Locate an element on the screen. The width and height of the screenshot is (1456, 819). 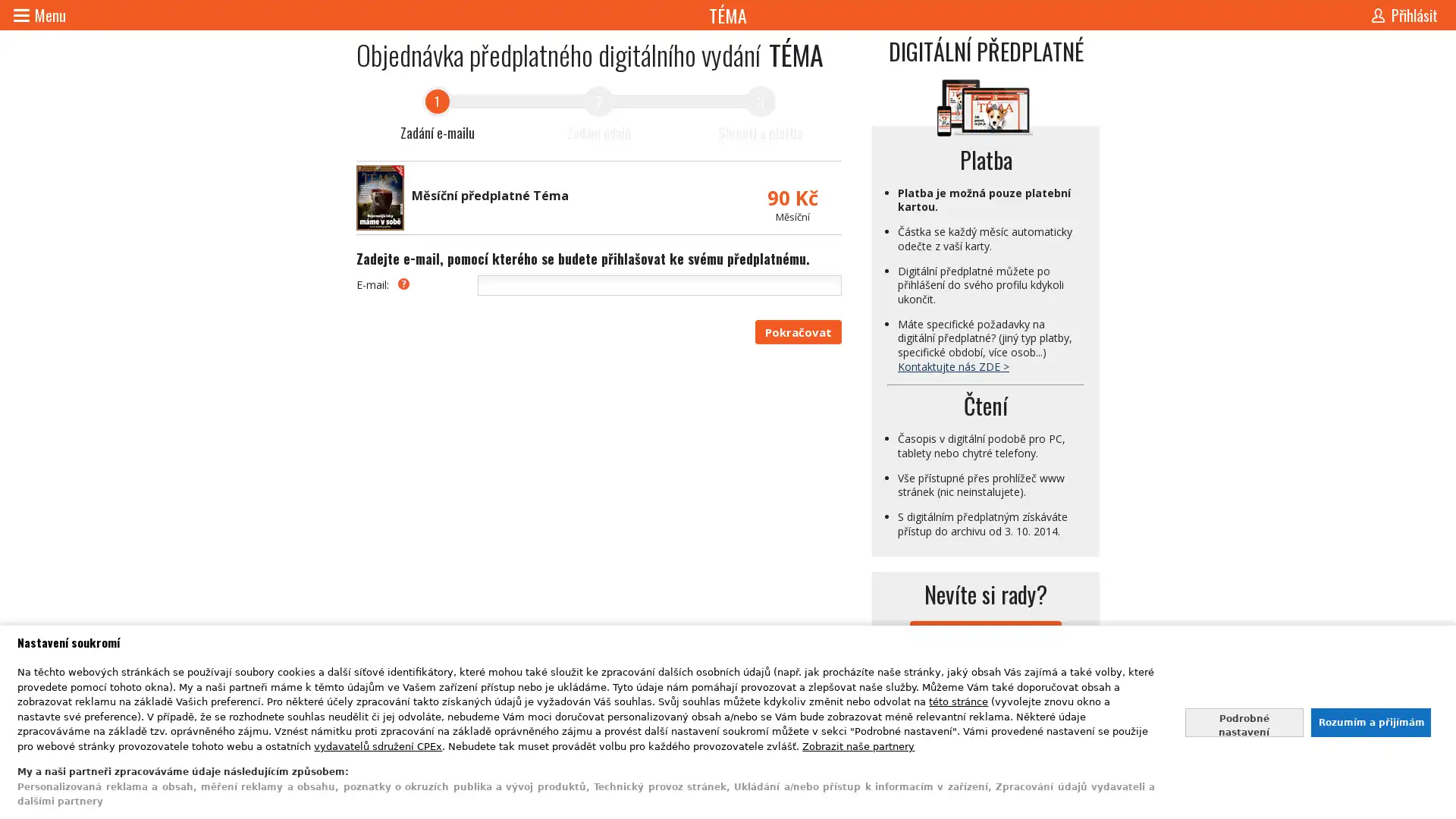
Zobrazit nase partnery is located at coordinates (858, 745).